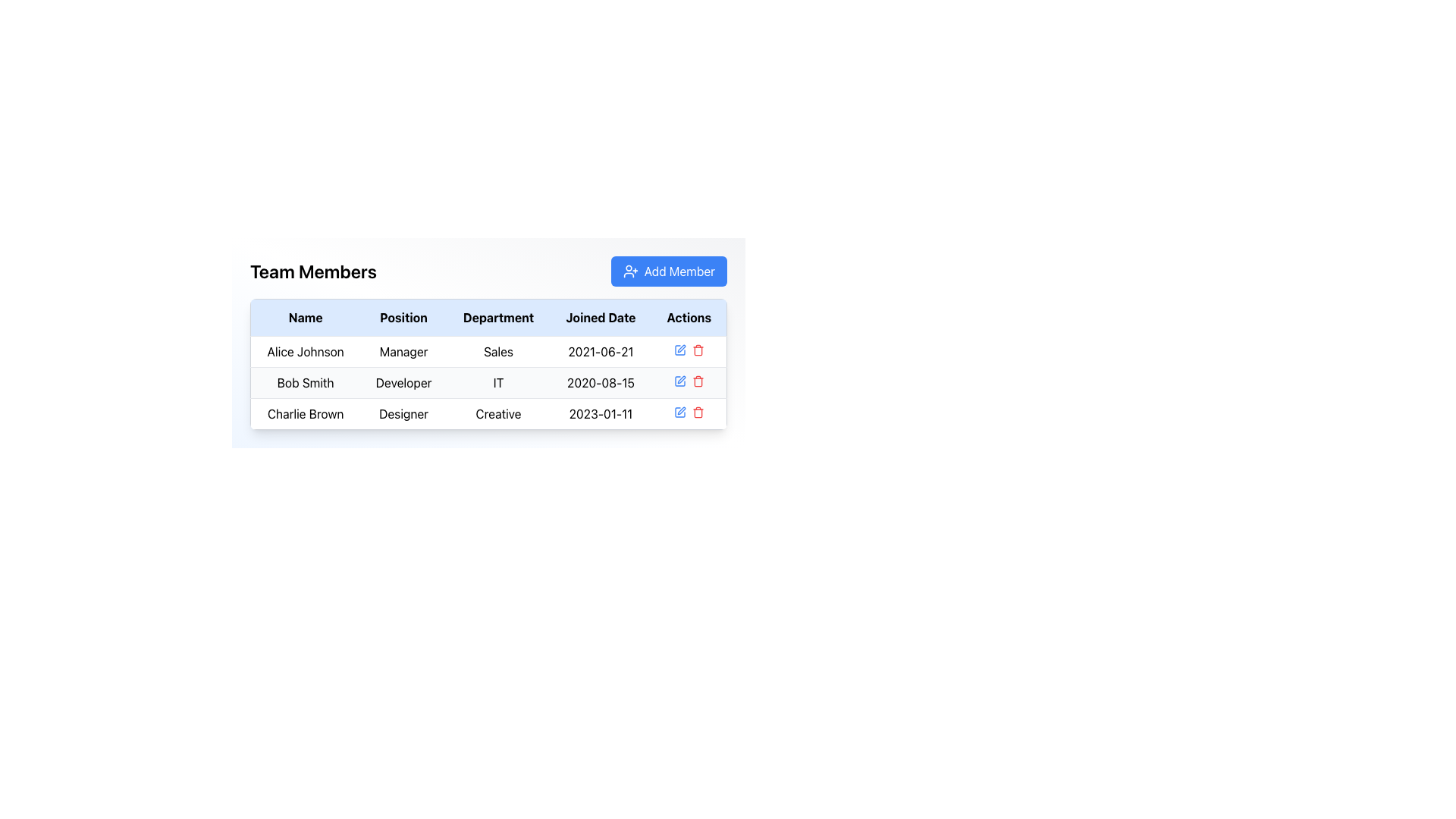 The height and width of the screenshot is (819, 1456). Describe the element at coordinates (679, 350) in the screenshot. I see `the edit button located in the 'Actions' column of the first row of the table under 'Team Members', which is positioned to the left of a red colored trash icon` at that location.